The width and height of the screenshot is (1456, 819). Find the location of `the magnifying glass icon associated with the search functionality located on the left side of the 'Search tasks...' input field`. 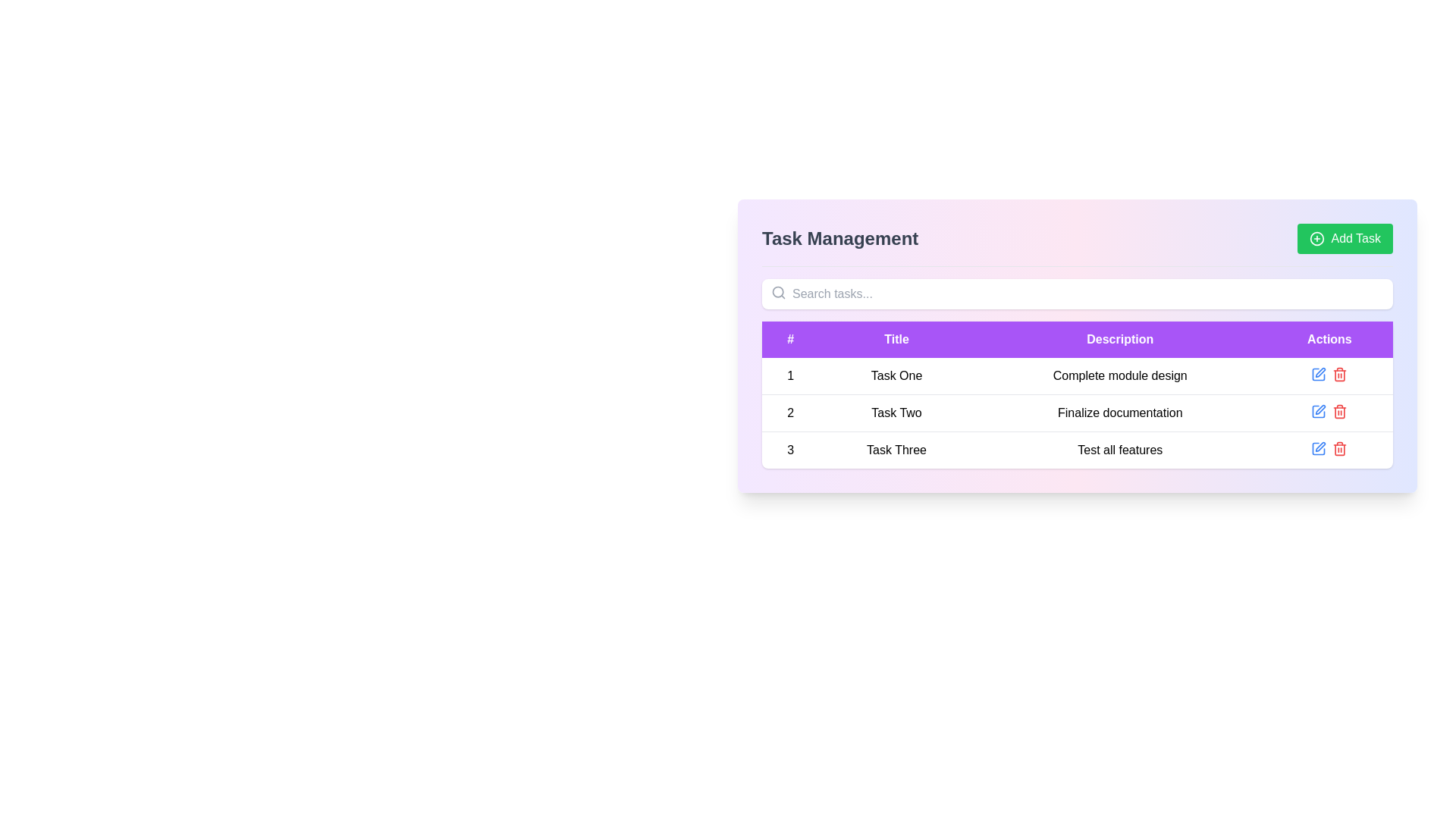

the magnifying glass icon associated with the search functionality located on the left side of the 'Search tasks...' input field is located at coordinates (779, 292).